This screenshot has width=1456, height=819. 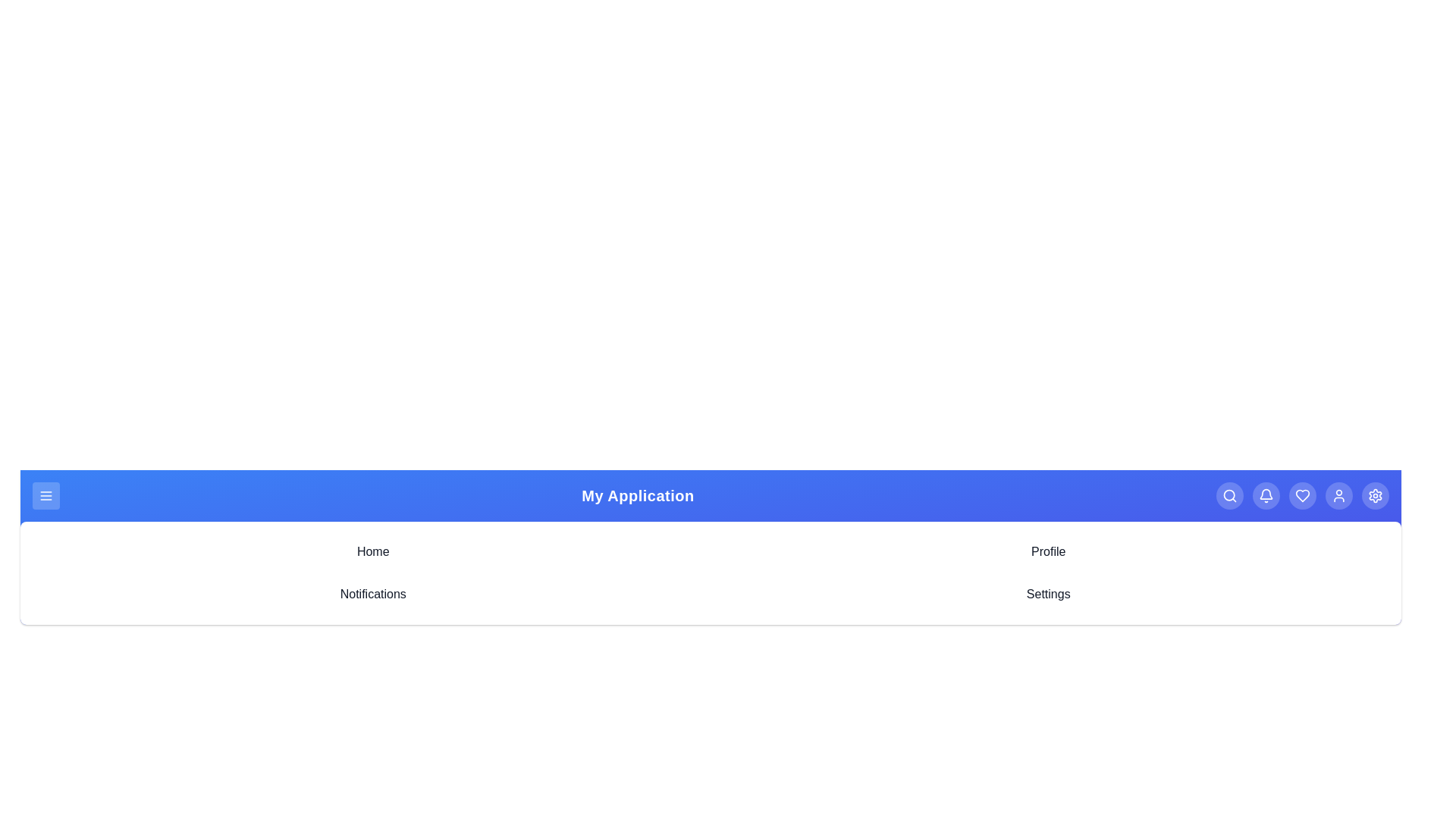 I want to click on the search icon to activate the search functionality, so click(x=1230, y=496).